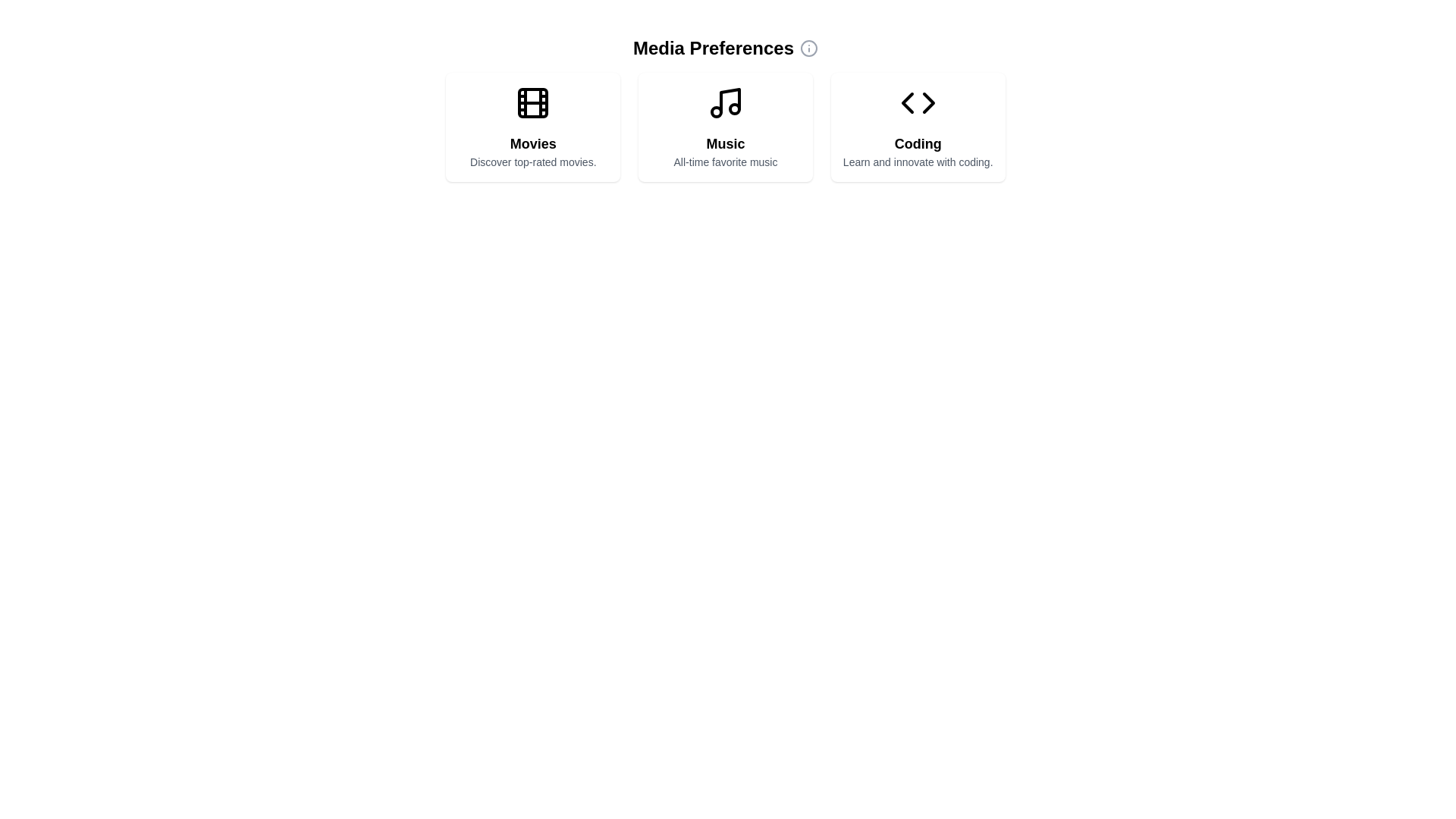 This screenshot has width=1456, height=819. Describe the element at coordinates (712, 48) in the screenshot. I see `text displayed in the prominent 'Media Preferences' label located at the top-center of the section` at that location.